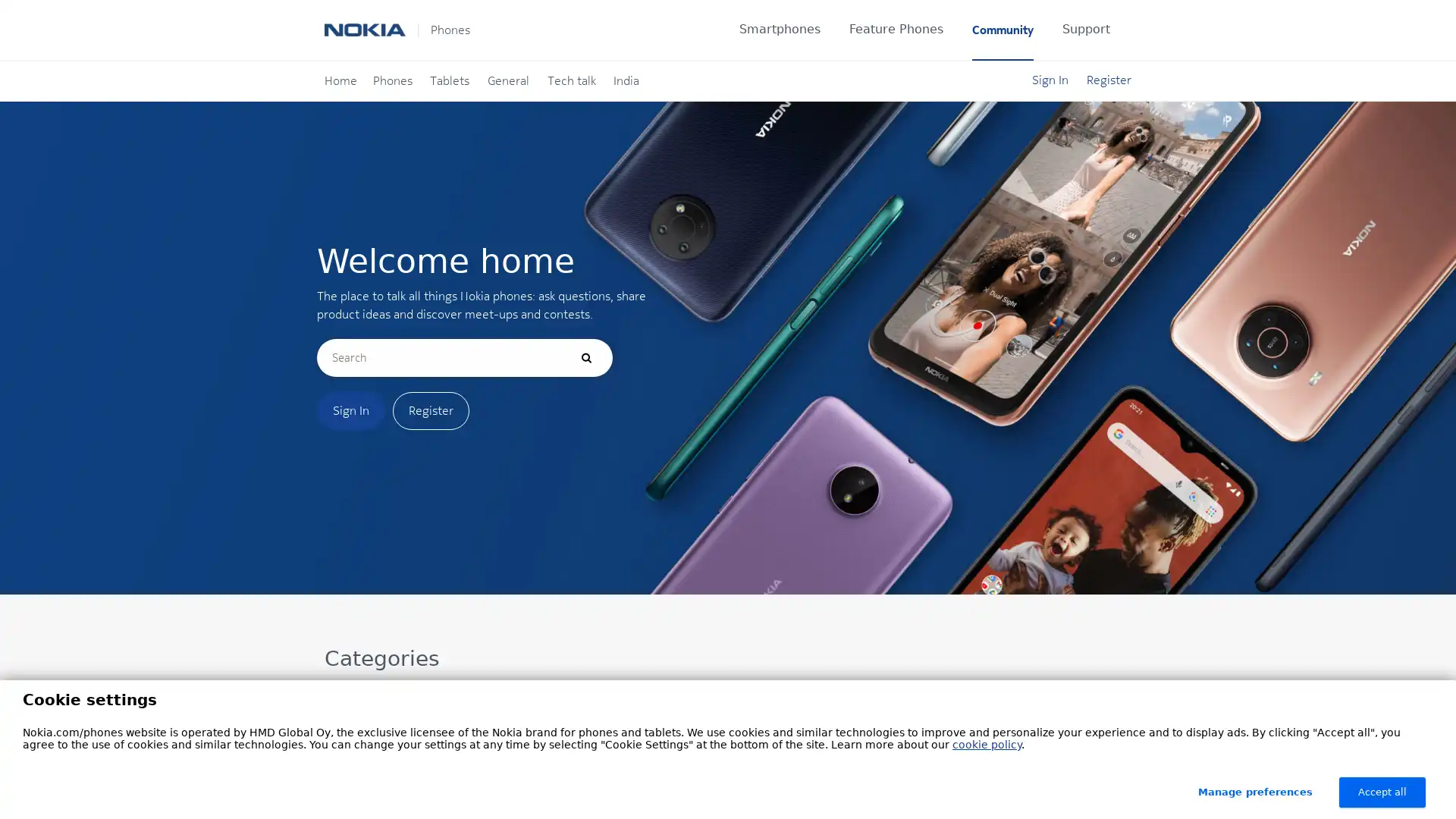  I want to click on Search, so click(585, 357).